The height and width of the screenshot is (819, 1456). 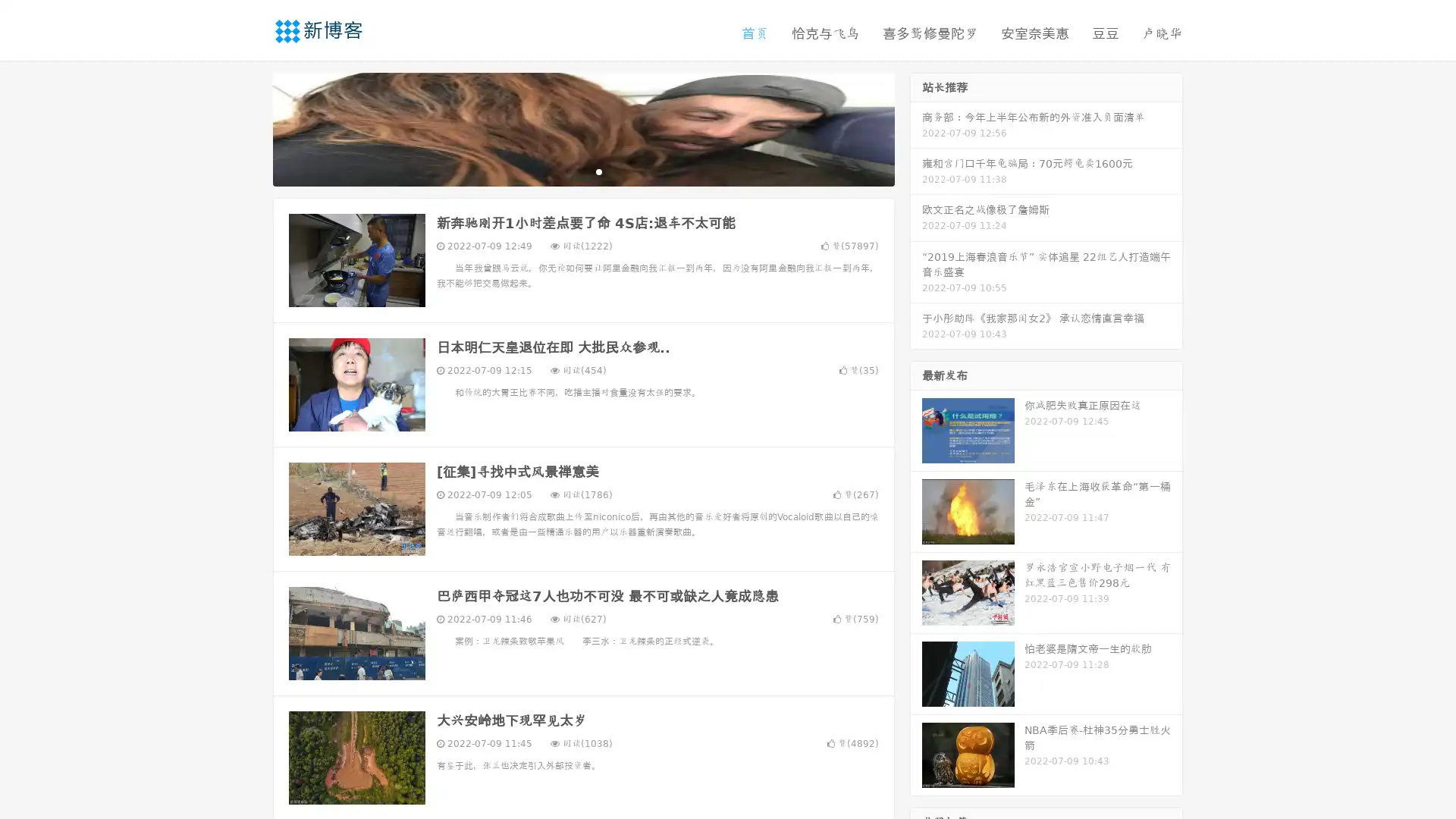 What do you see at coordinates (567, 171) in the screenshot?
I see `Go to slide 1` at bounding box center [567, 171].